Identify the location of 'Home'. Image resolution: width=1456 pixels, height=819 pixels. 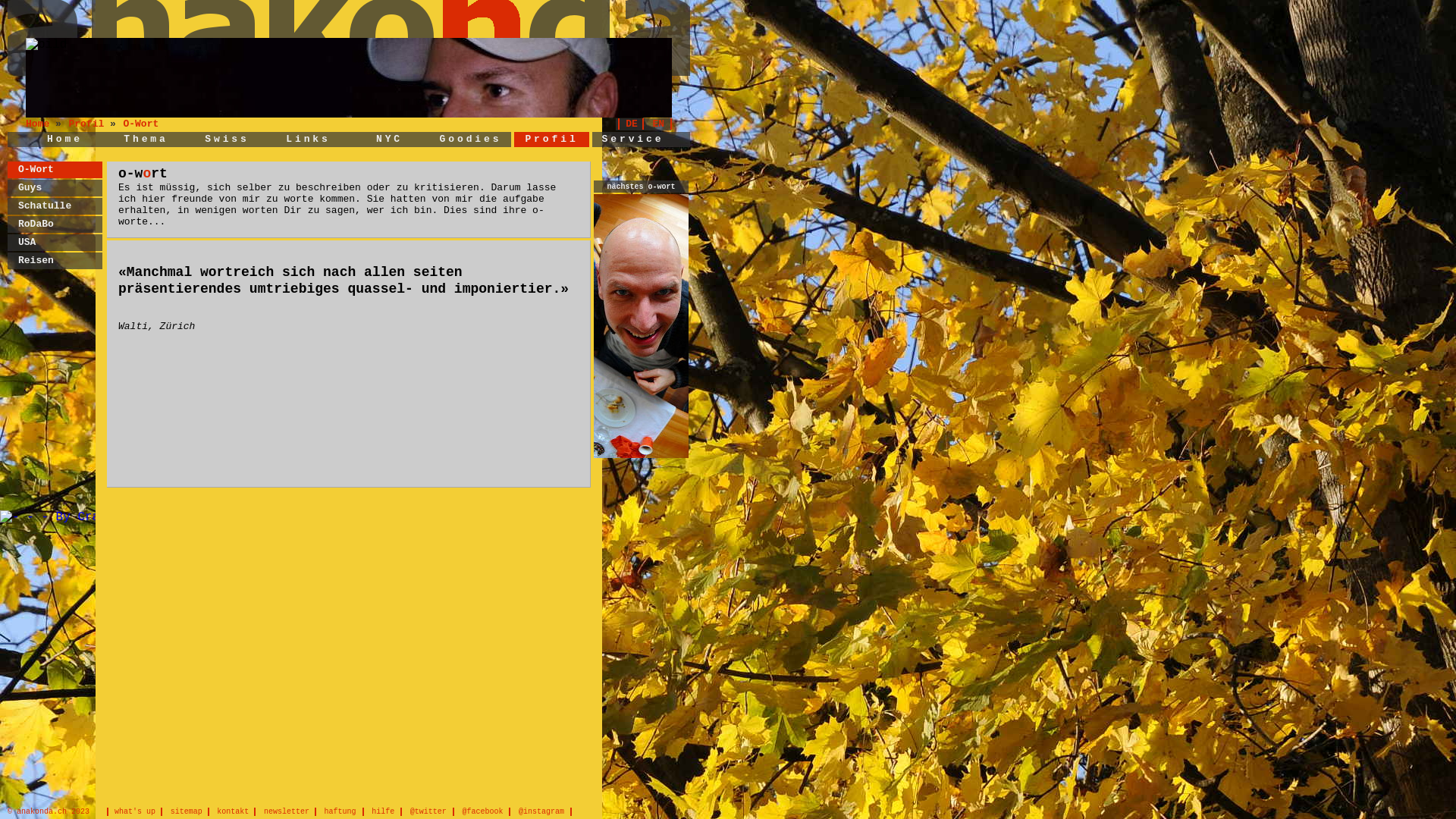
(40, 123).